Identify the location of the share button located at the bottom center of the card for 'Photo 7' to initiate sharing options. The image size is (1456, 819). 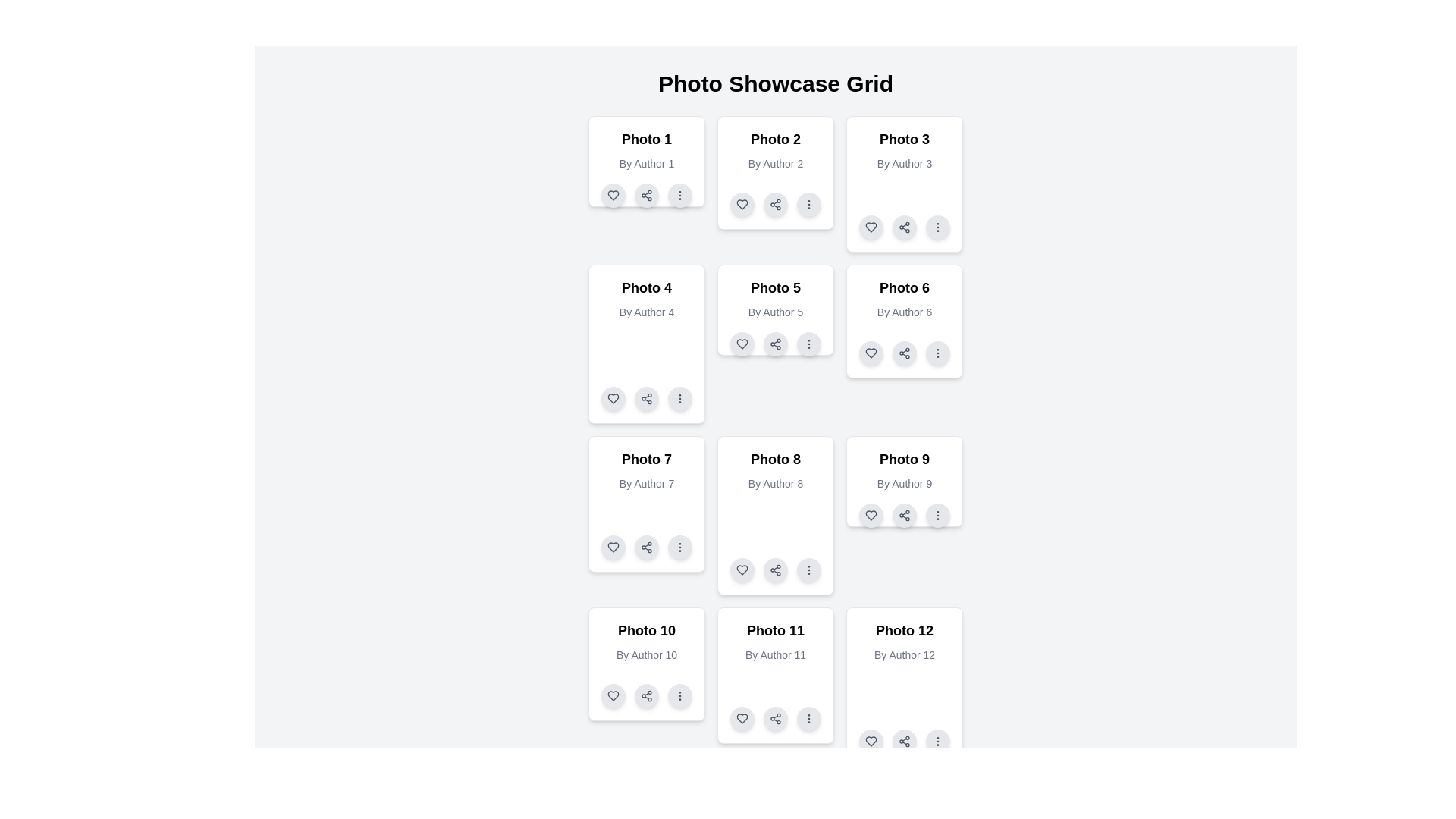
(647, 547).